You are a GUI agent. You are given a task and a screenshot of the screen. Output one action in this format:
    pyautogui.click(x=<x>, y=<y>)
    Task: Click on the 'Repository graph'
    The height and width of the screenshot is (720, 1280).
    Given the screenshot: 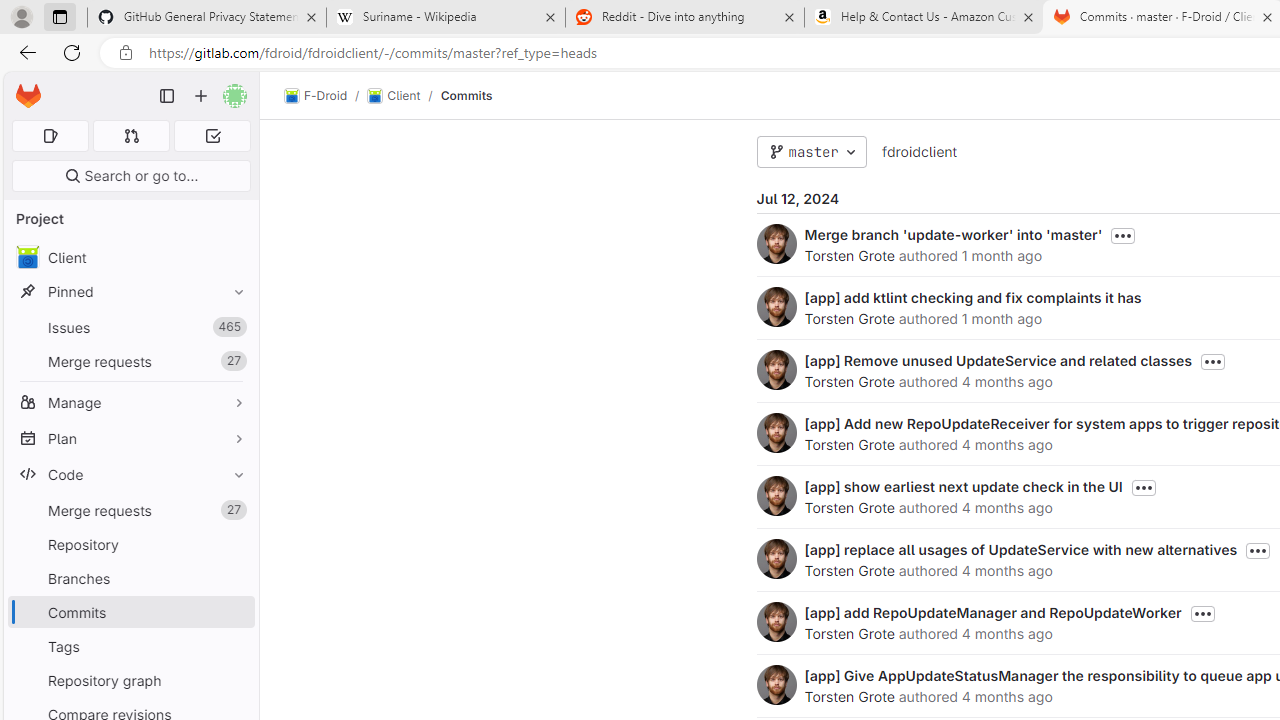 What is the action you would take?
    pyautogui.click(x=130, y=679)
    